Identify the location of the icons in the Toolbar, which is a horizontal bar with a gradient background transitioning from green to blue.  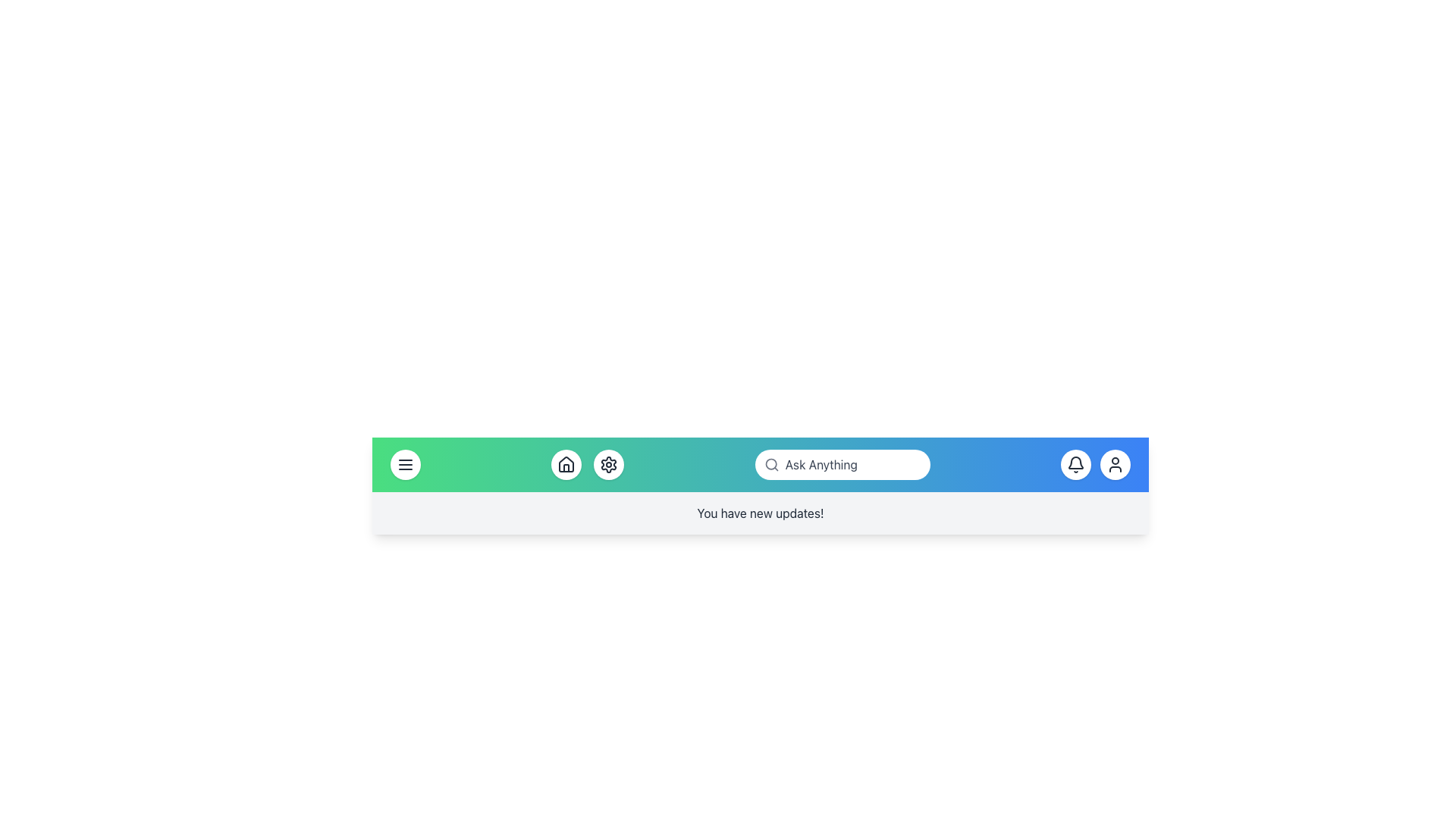
(761, 464).